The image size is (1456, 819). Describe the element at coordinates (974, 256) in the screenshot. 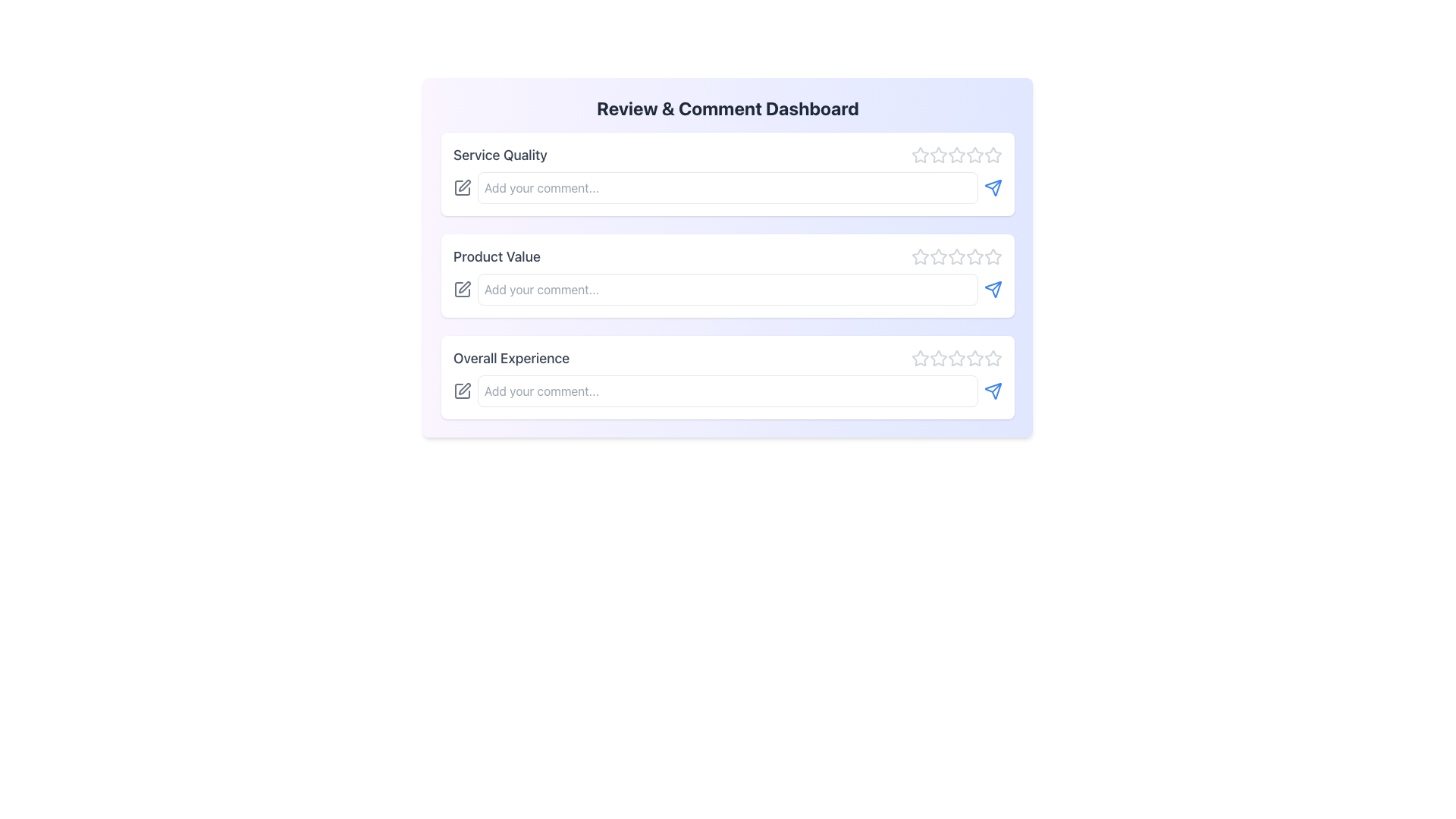

I see `the fourth star in the 'Product Value' section to rate the product value` at that location.